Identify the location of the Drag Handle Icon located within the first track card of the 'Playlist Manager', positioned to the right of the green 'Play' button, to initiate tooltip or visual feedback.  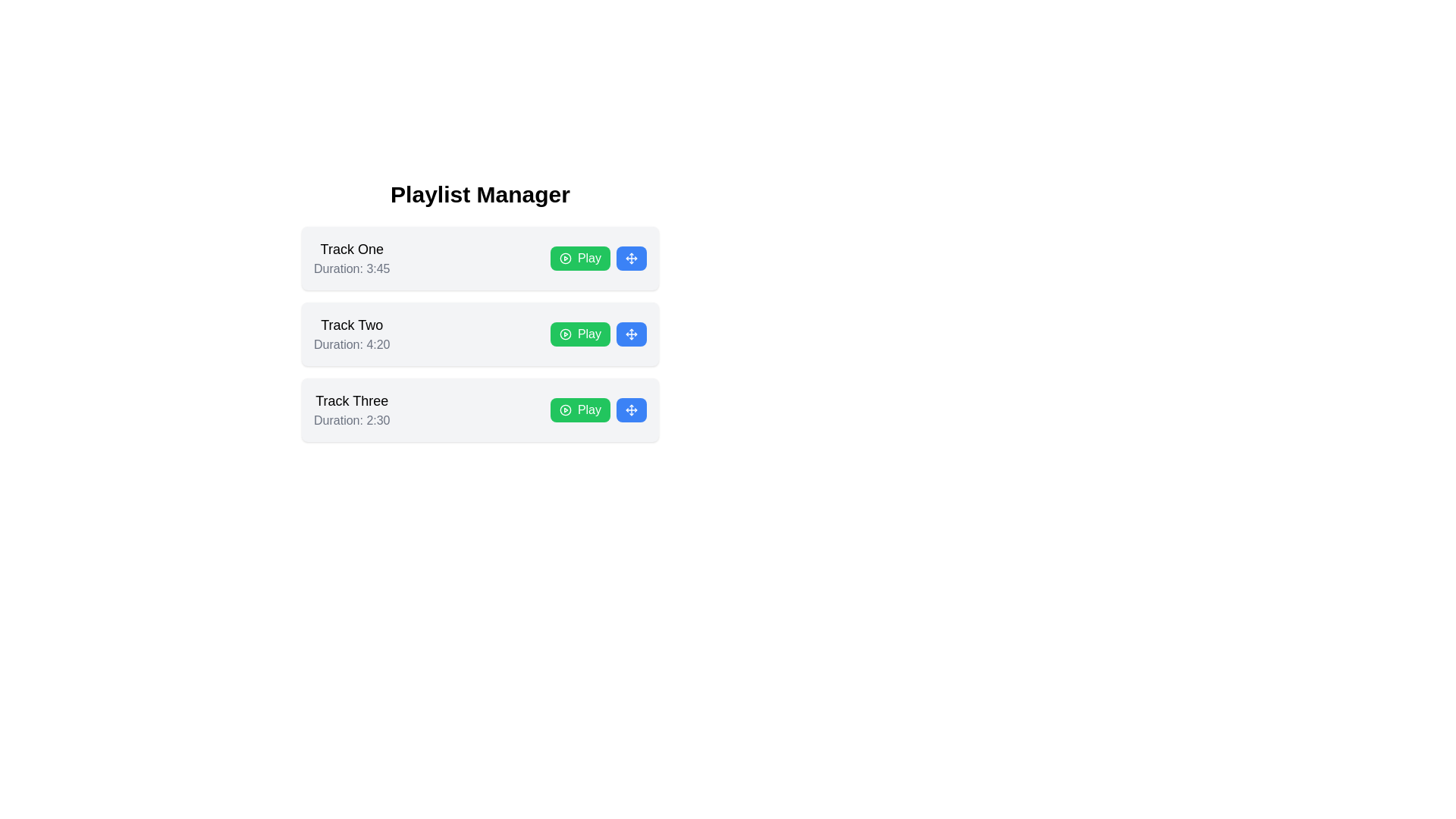
(632, 257).